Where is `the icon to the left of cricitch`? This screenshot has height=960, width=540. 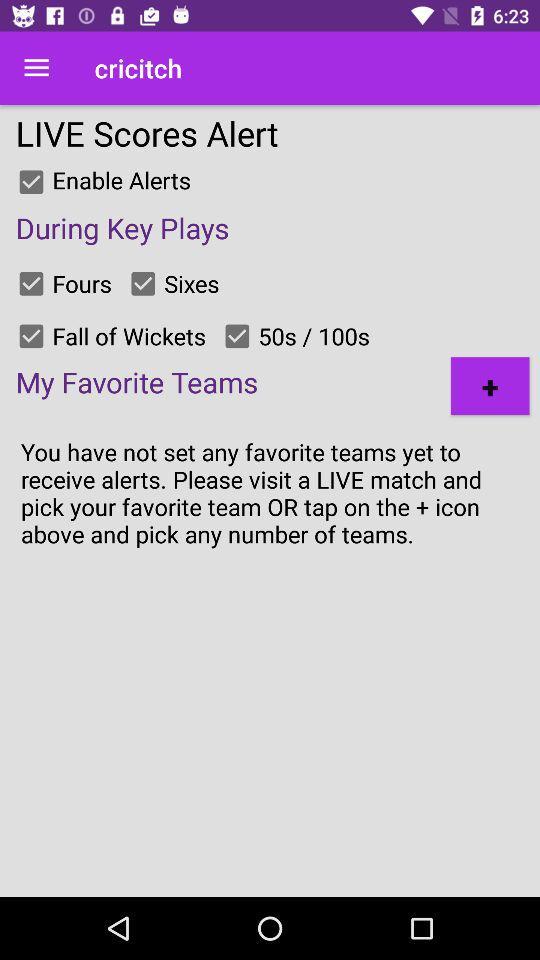 the icon to the left of cricitch is located at coordinates (36, 68).